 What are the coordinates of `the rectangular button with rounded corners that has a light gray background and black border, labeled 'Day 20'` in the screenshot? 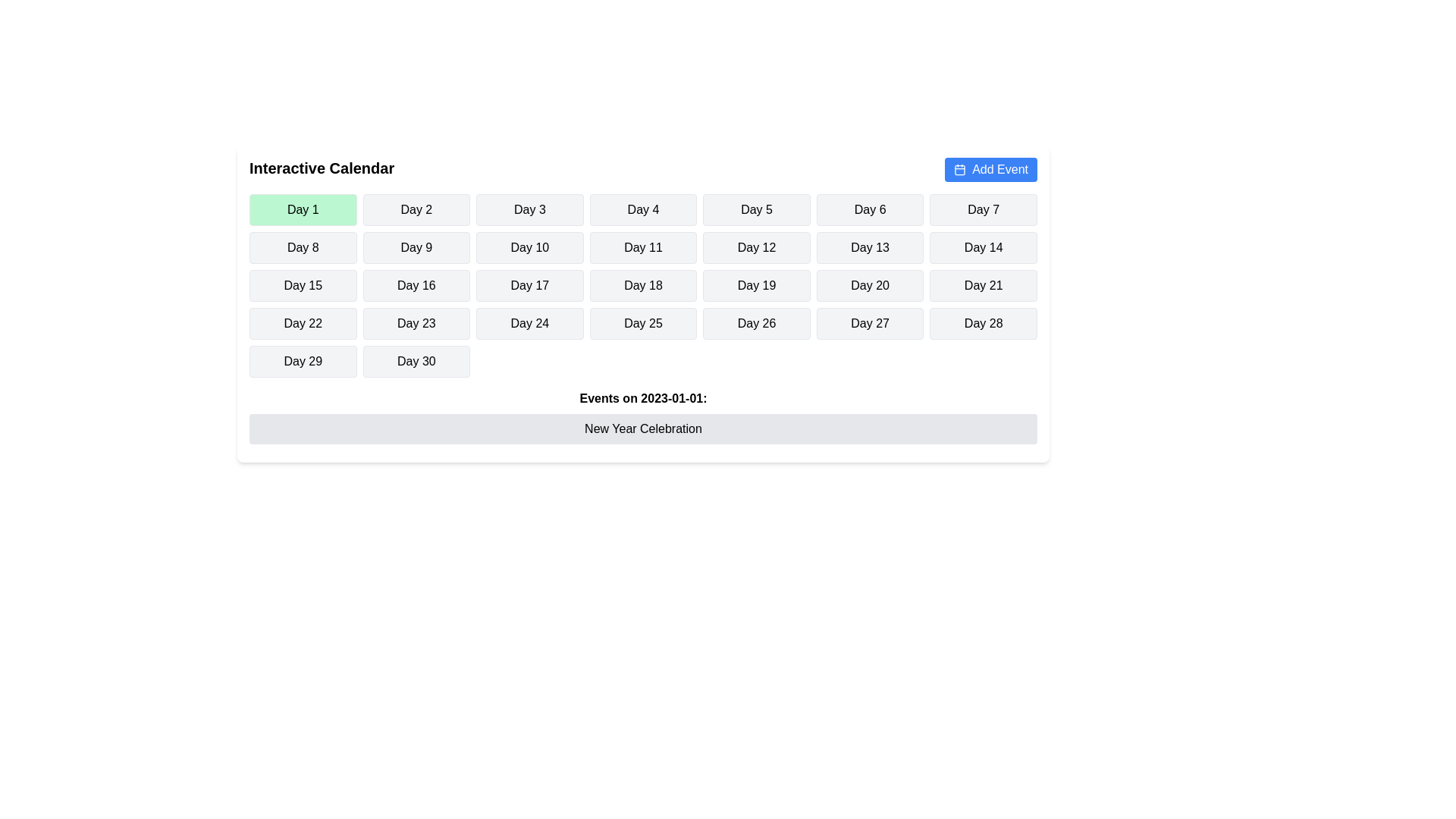 It's located at (870, 286).